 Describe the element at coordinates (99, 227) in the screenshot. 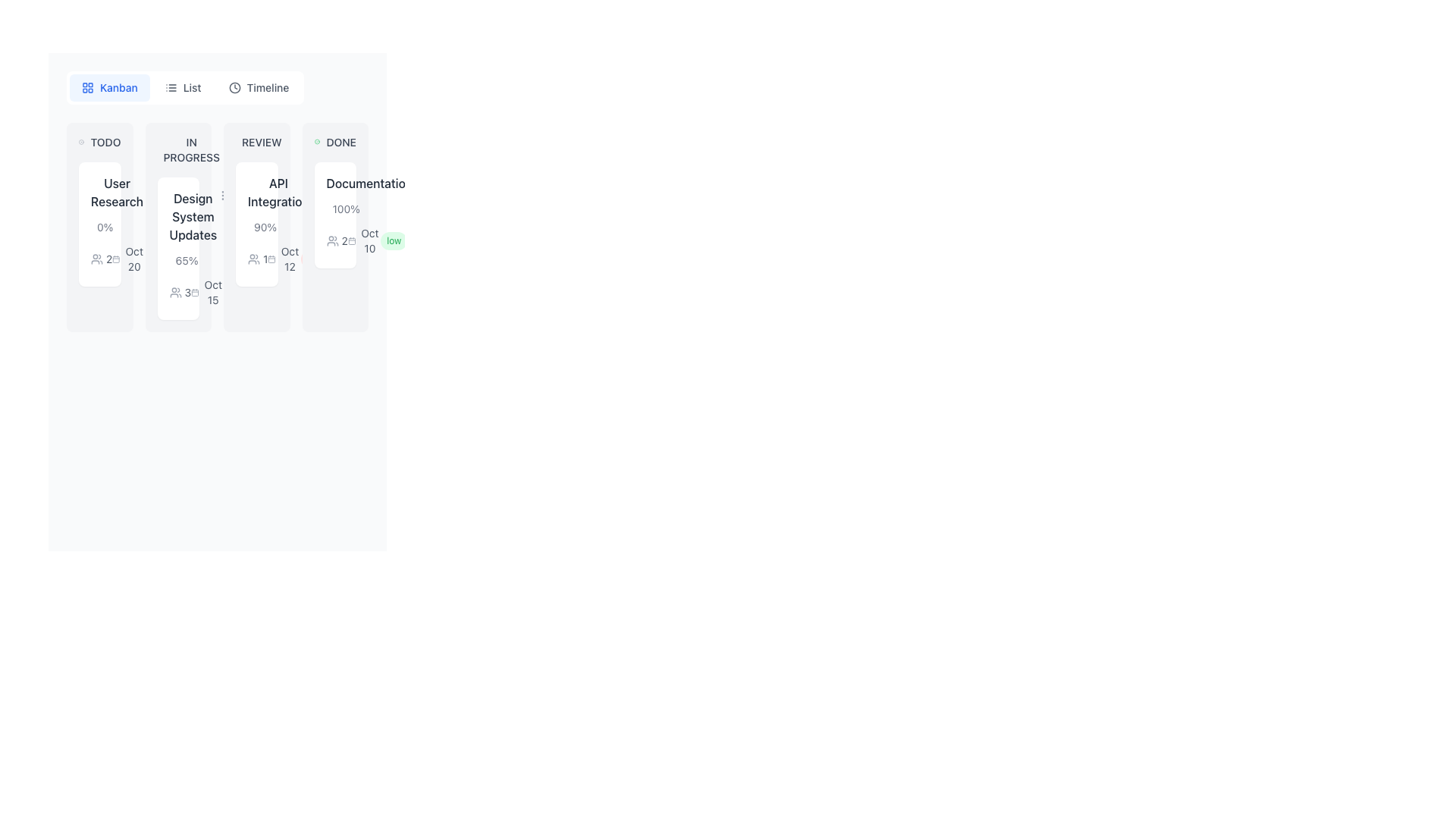

I see `the first task card in the Kanban board located under the 'TODO' column, which visually represents a task's progress and details` at that location.